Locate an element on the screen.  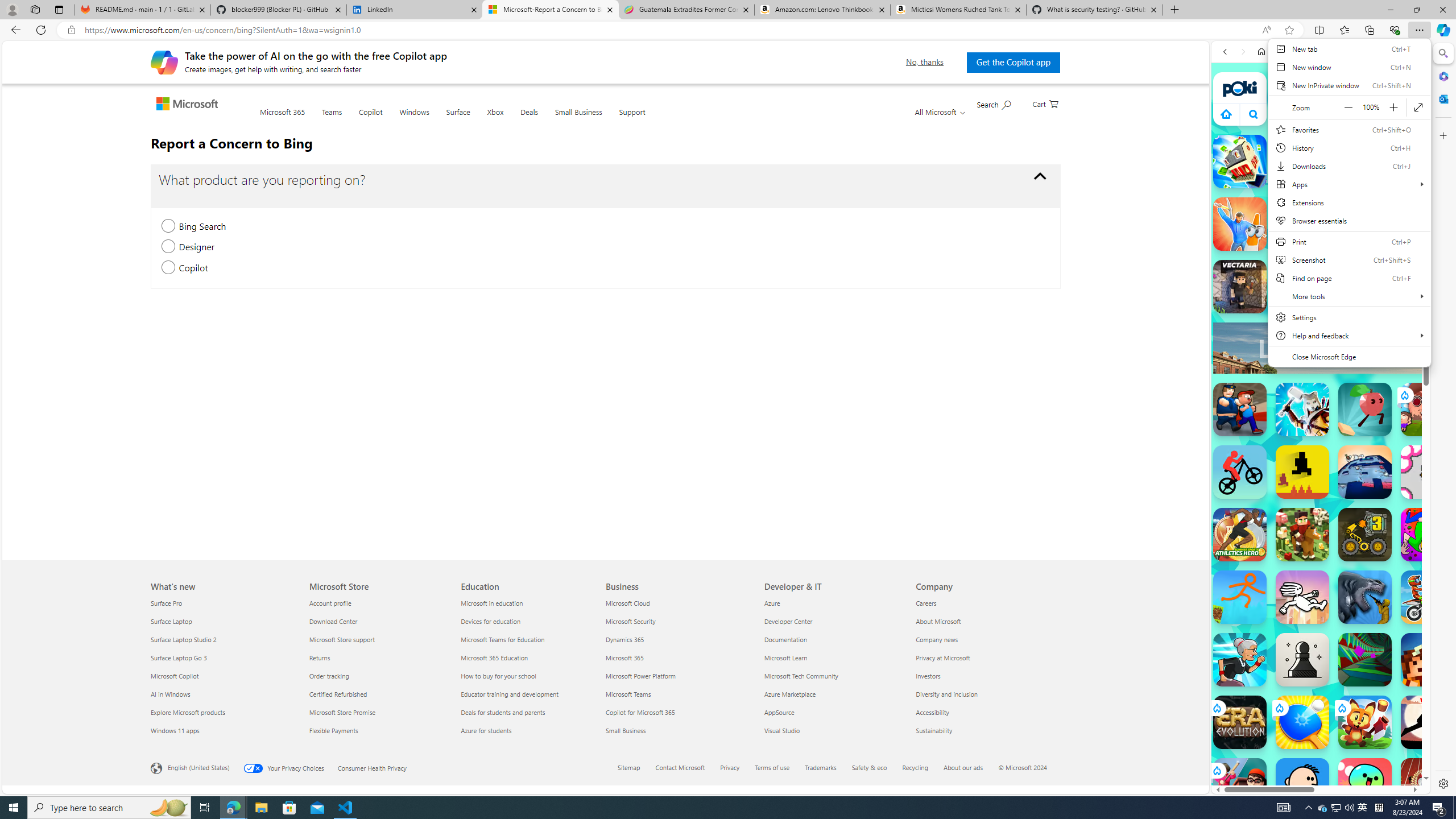
'Simply Prop Hunt Simply Prop Hunt' is located at coordinates (1239, 223).